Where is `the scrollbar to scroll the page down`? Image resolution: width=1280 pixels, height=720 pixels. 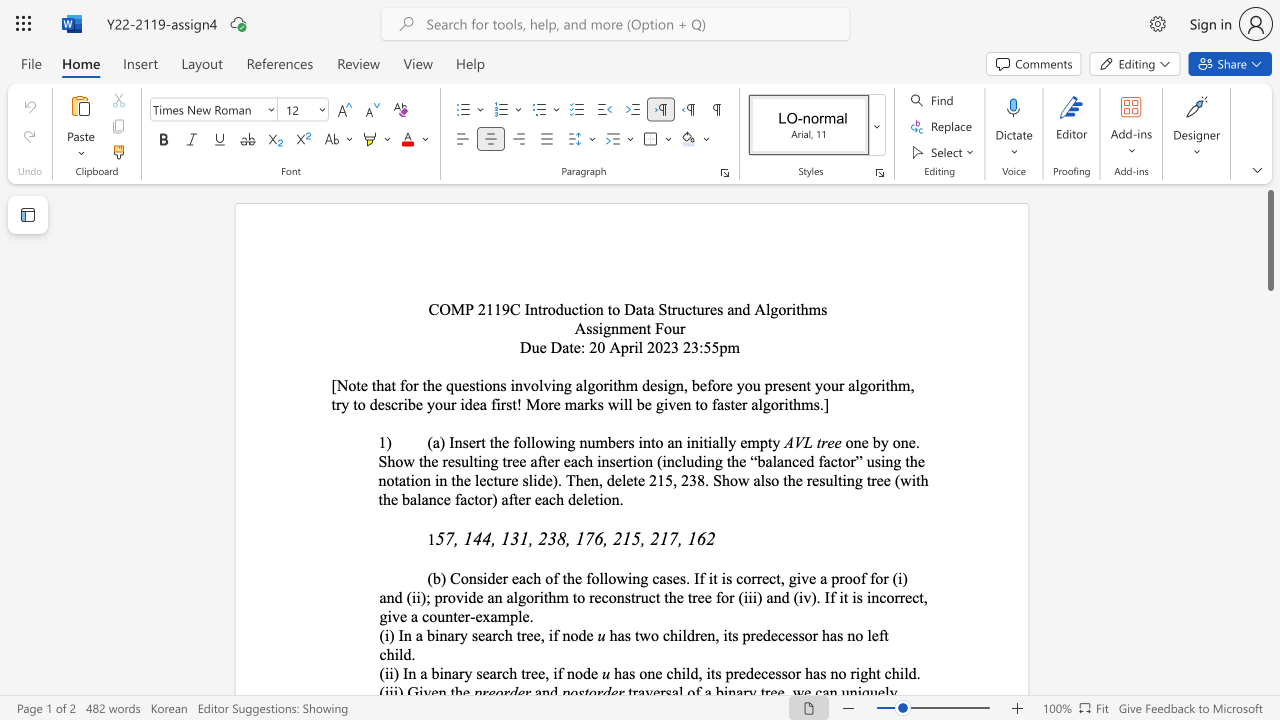
the scrollbar to scroll the page down is located at coordinates (1269, 310).